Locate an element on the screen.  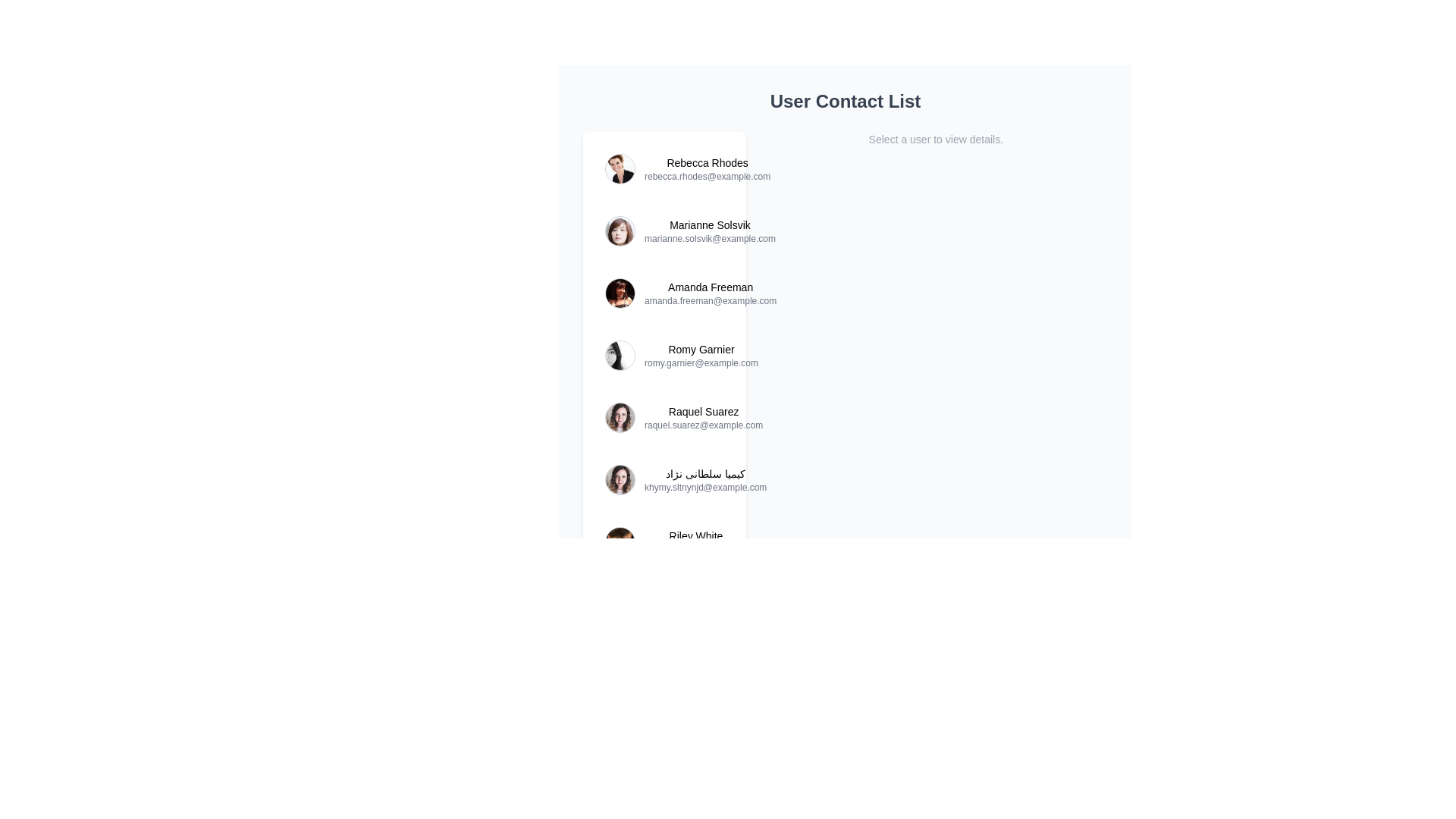
the text label displaying 'Raquel Suarez' in bold within the user contact list for selection purposes is located at coordinates (702, 412).